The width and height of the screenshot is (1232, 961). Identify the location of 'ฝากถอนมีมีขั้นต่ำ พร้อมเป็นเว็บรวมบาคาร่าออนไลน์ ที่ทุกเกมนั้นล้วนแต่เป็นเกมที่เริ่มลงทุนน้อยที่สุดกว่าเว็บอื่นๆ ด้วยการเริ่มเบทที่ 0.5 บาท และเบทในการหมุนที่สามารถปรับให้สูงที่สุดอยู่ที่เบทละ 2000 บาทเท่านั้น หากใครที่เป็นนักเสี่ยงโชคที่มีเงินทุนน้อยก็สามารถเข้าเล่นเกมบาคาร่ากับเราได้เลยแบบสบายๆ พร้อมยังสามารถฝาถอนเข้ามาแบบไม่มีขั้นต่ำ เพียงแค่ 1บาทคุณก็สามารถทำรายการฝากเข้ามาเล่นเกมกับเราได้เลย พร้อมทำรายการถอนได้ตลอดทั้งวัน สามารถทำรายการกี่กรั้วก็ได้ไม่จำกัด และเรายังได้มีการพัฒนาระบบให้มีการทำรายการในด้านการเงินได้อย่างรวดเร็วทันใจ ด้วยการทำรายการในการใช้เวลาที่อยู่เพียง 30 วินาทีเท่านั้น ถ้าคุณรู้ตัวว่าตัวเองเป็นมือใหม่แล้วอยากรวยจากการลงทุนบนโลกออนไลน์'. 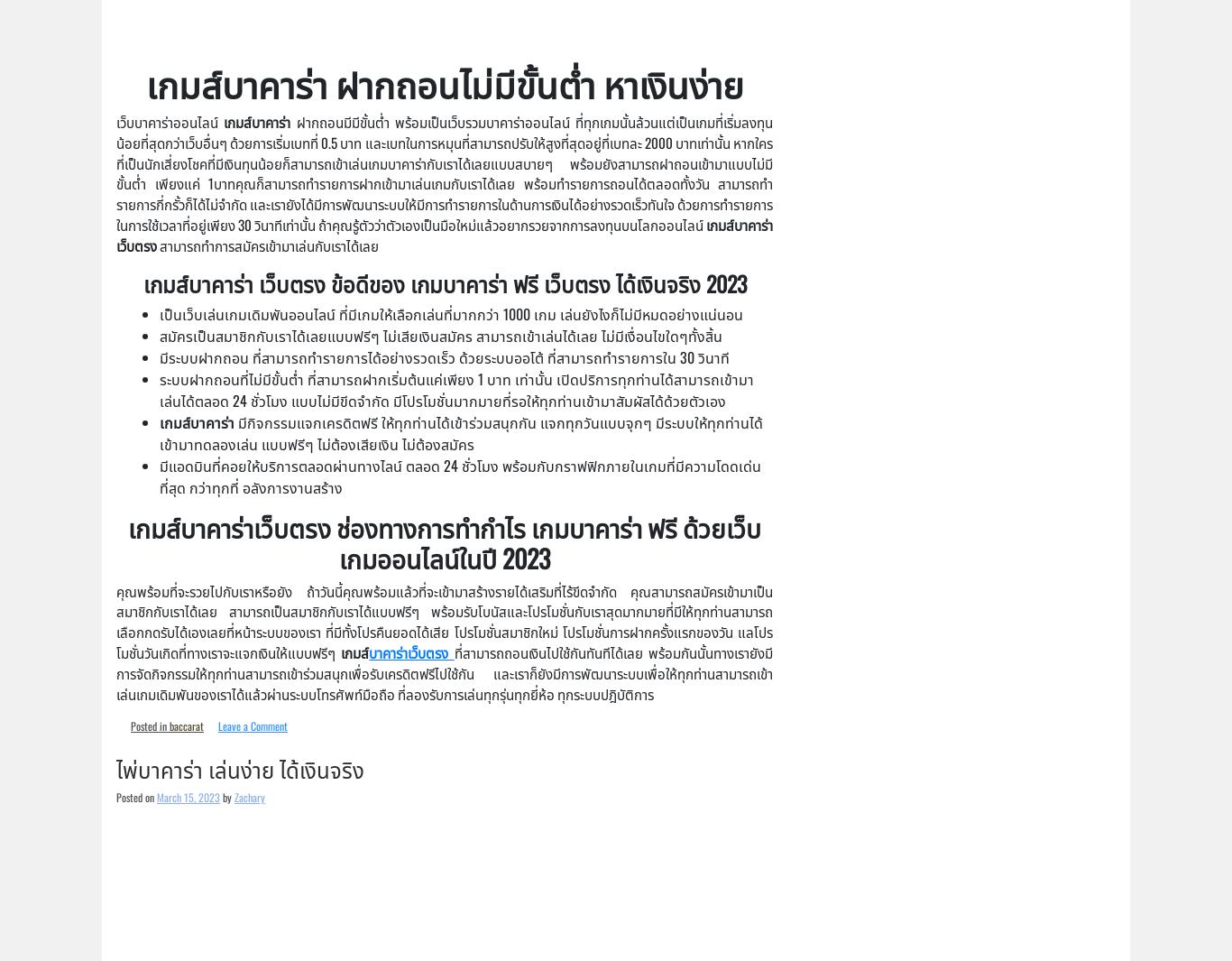
(444, 172).